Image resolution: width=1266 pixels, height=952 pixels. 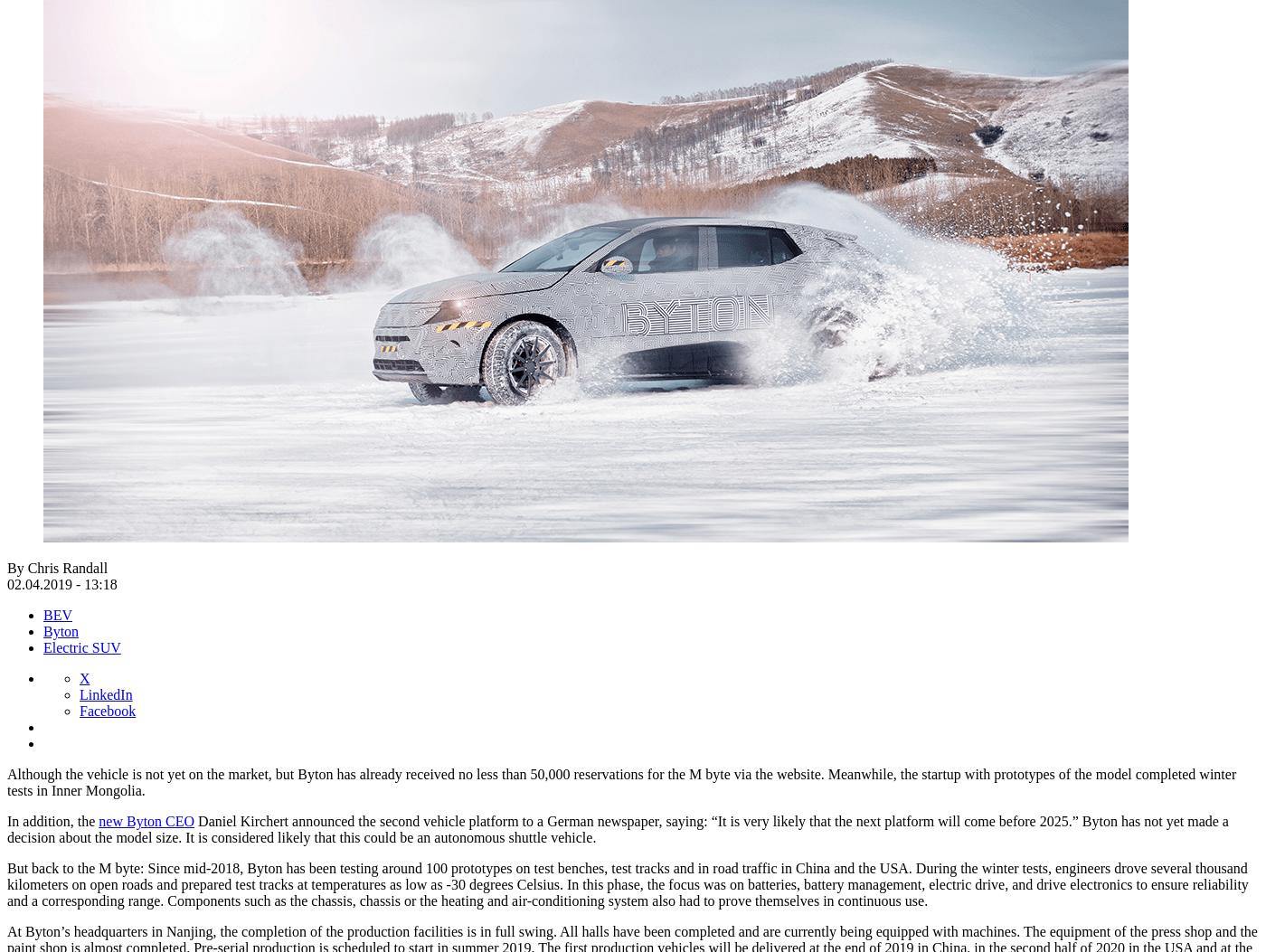 What do you see at coordinates (146, 820) in the screenshot?
I see `'new Byton CEO'` at bounding box center [146, 820].